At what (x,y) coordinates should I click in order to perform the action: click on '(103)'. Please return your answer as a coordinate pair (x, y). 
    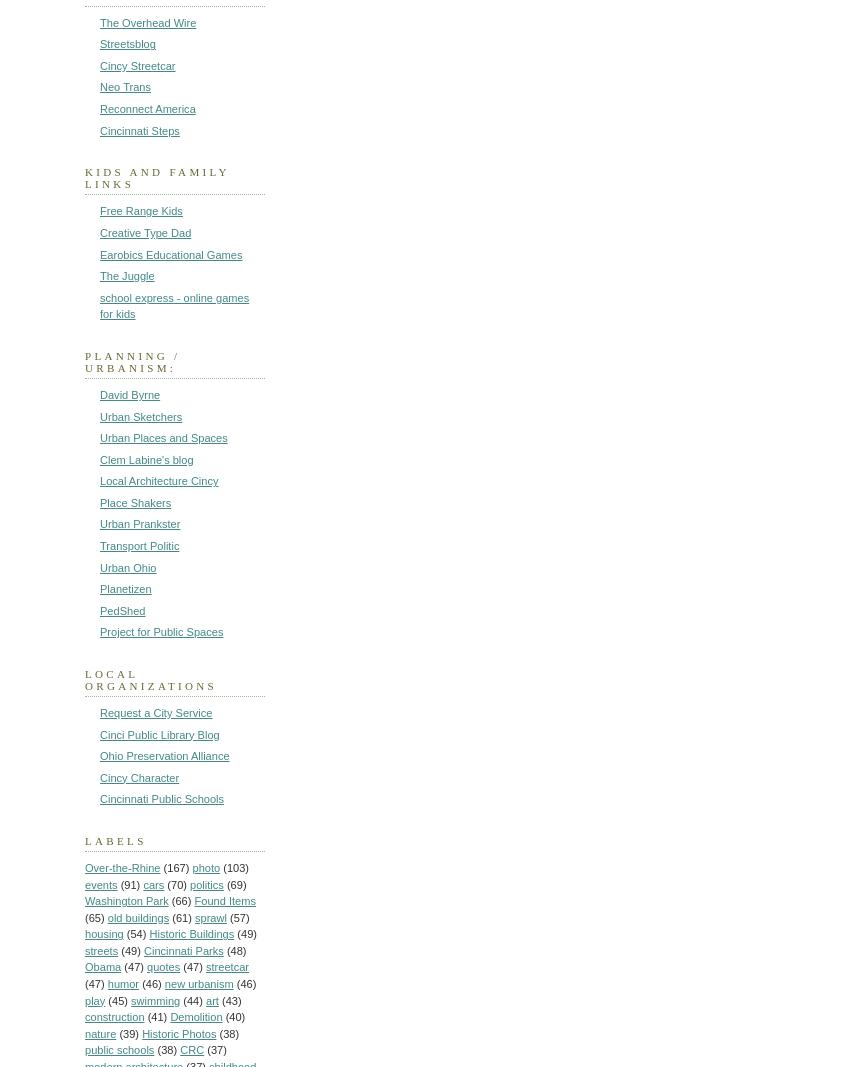
    Looking at the image, I should click on (223, 867).